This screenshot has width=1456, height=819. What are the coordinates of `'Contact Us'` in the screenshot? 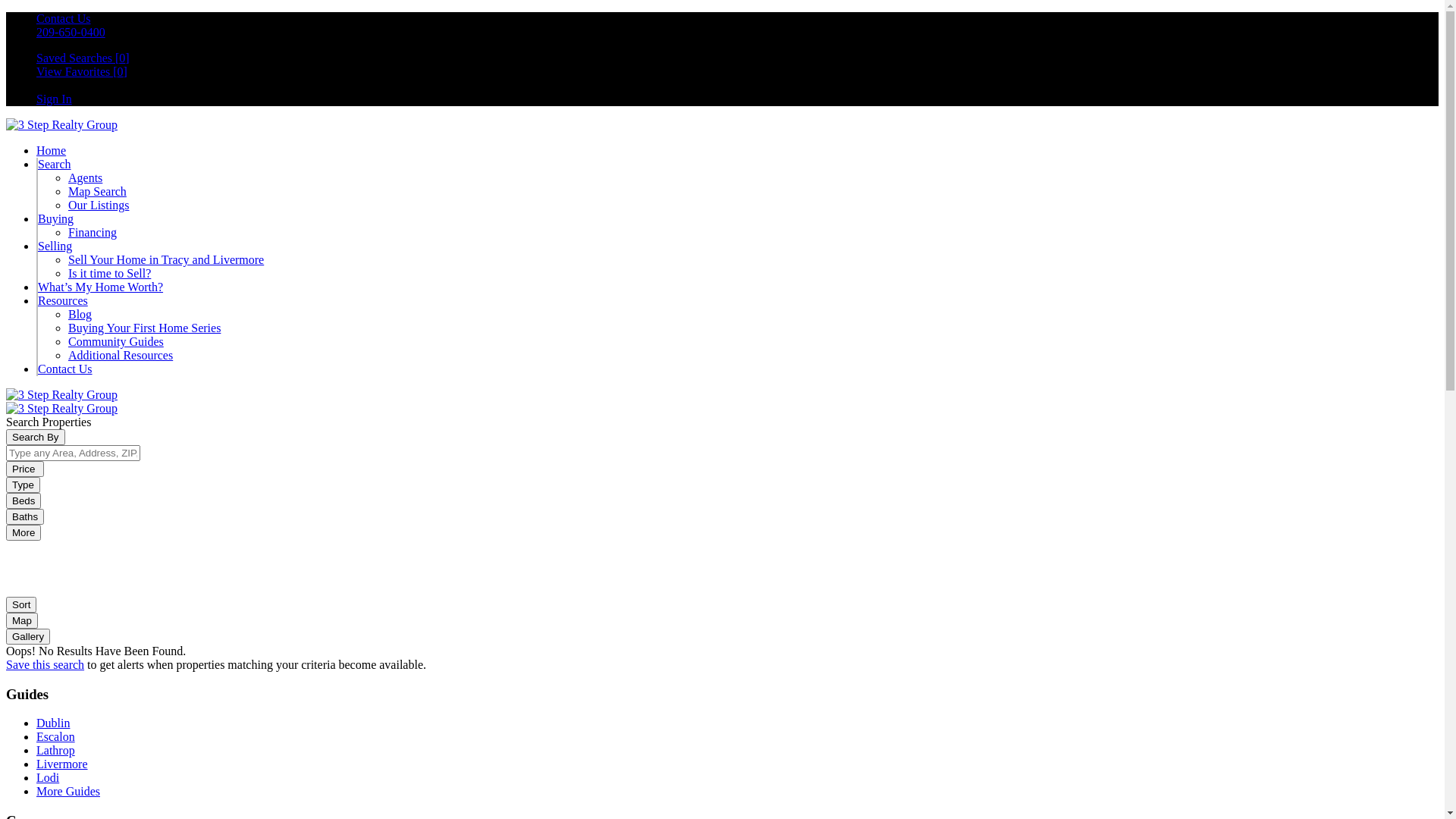 It's located at (62, 18).